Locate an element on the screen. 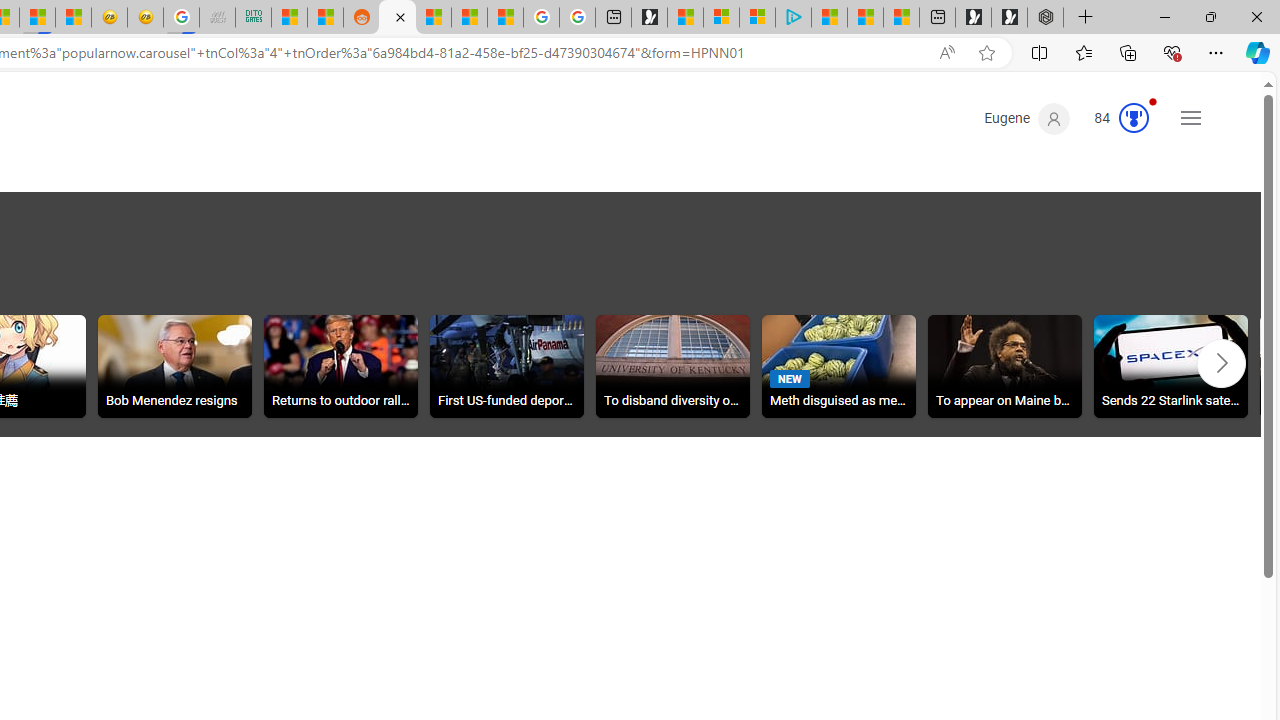  'First US-funded deportation' is located at coordinates (506, 366).